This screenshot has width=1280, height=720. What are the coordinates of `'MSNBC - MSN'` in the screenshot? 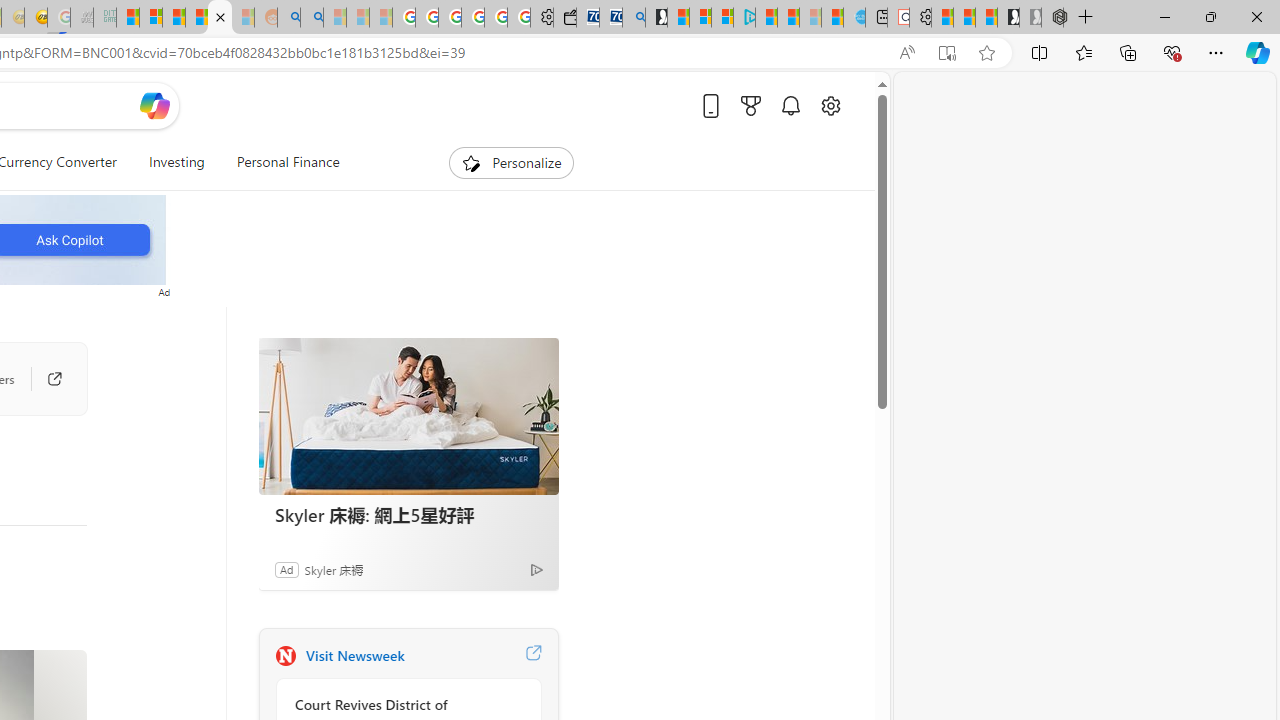 It's located at (127, 17).